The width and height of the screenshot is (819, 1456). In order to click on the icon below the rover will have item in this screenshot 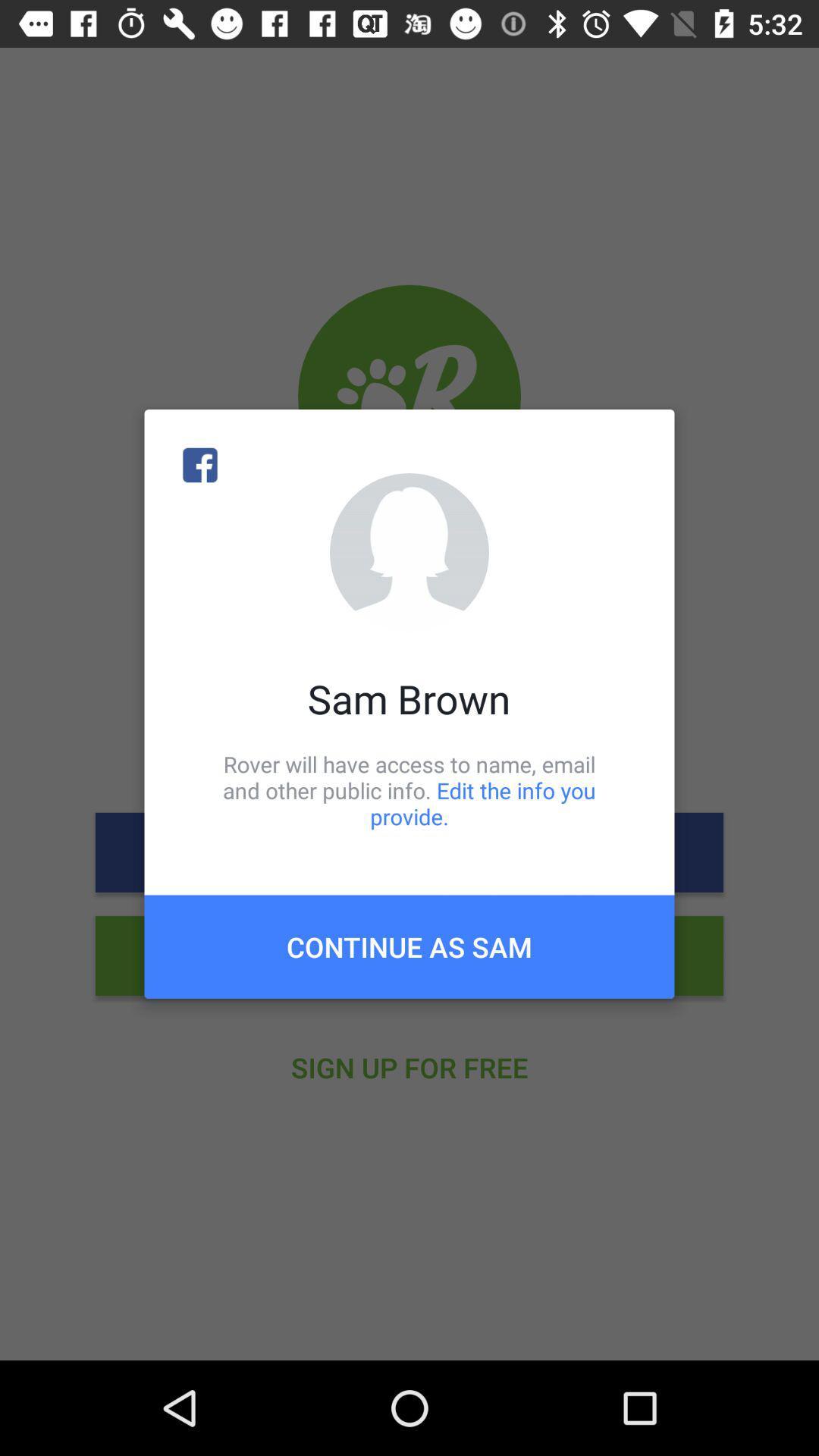, I will do `click(409, 946)`.